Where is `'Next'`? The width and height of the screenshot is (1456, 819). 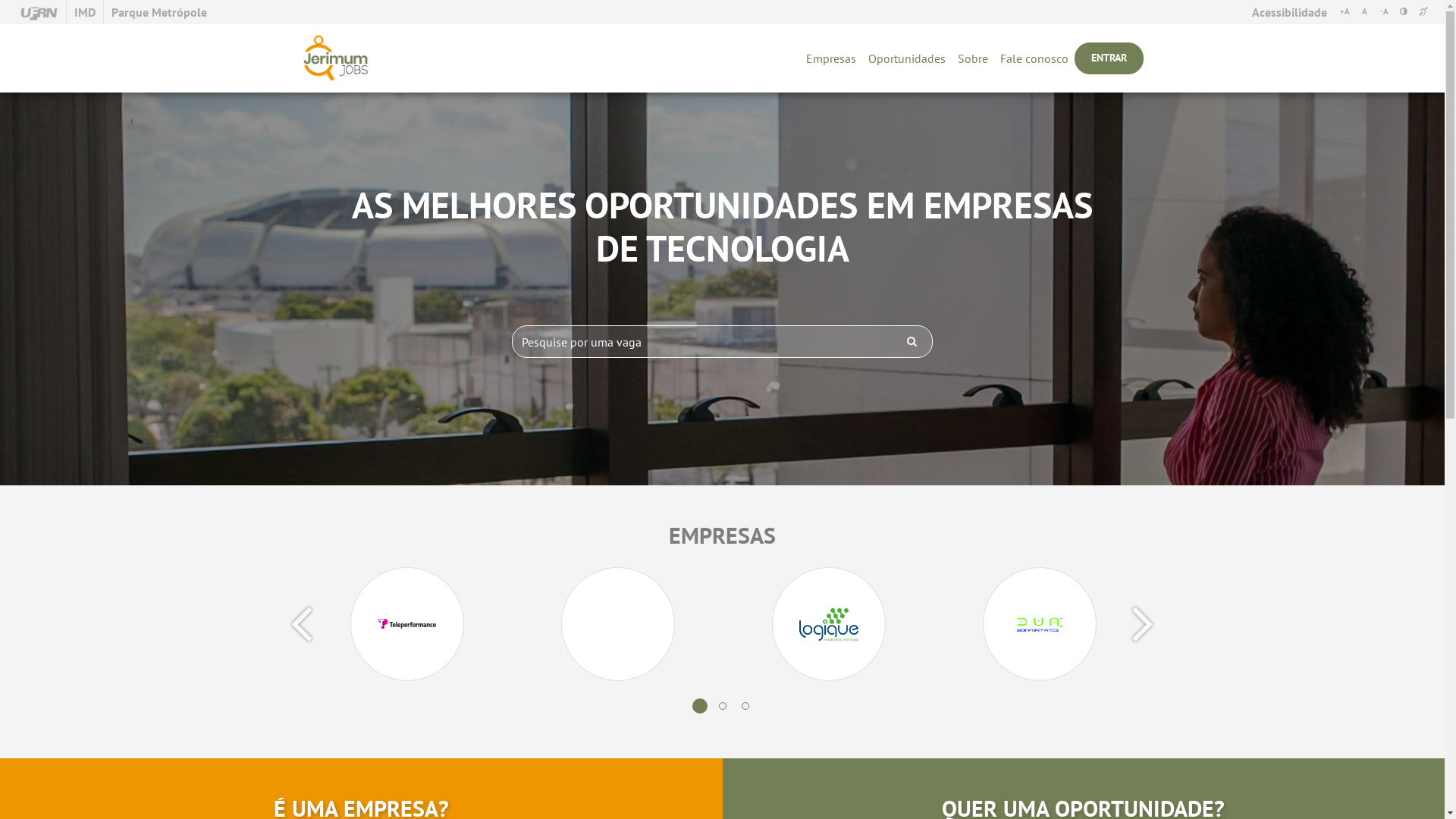 'Next' is located at coordinates (1143, 622).